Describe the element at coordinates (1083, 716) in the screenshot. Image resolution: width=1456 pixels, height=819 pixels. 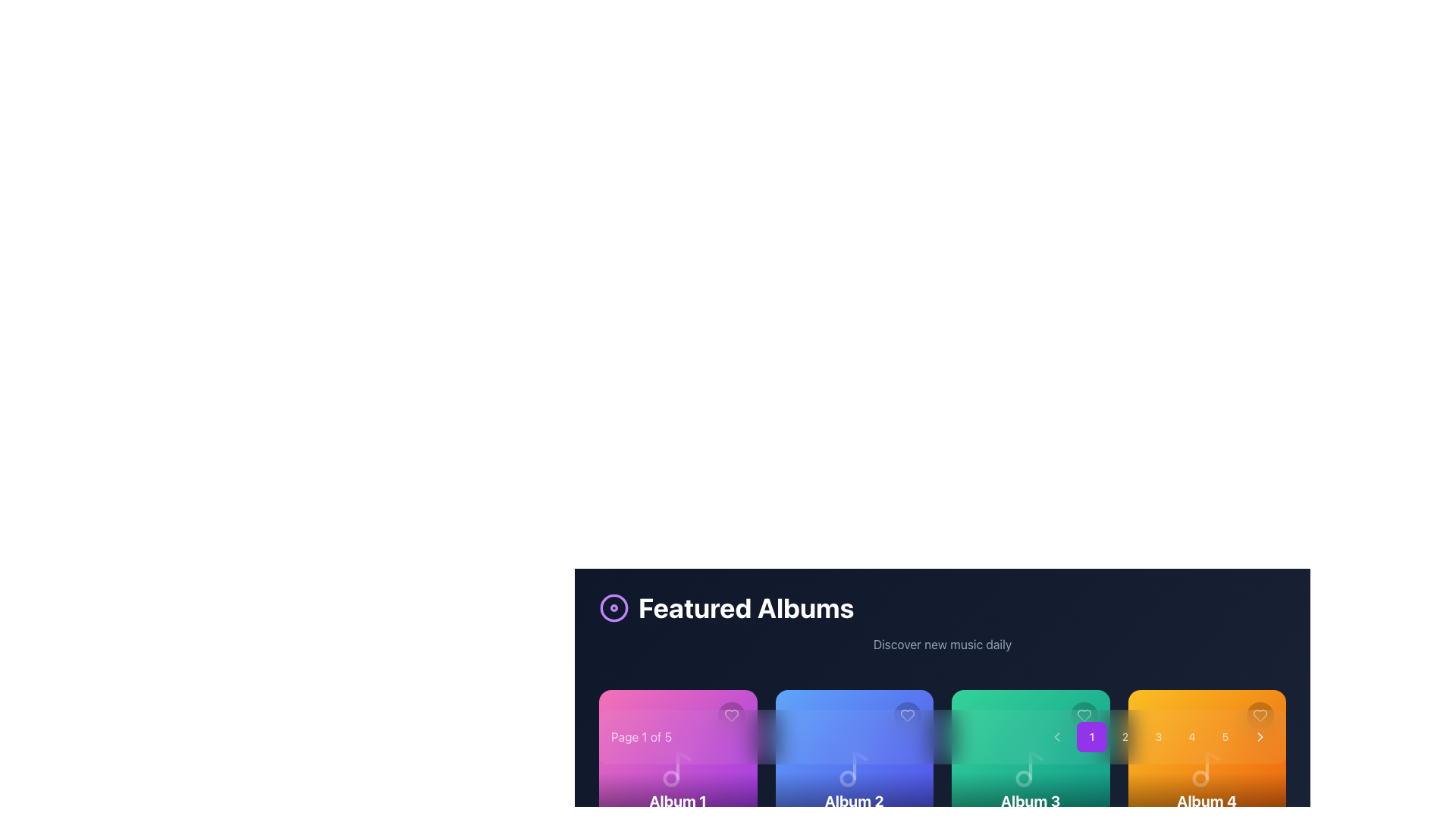
I see `the circular button with a heart-shaped icon located at the top-right corner of the 'Album 3' card` at that location.